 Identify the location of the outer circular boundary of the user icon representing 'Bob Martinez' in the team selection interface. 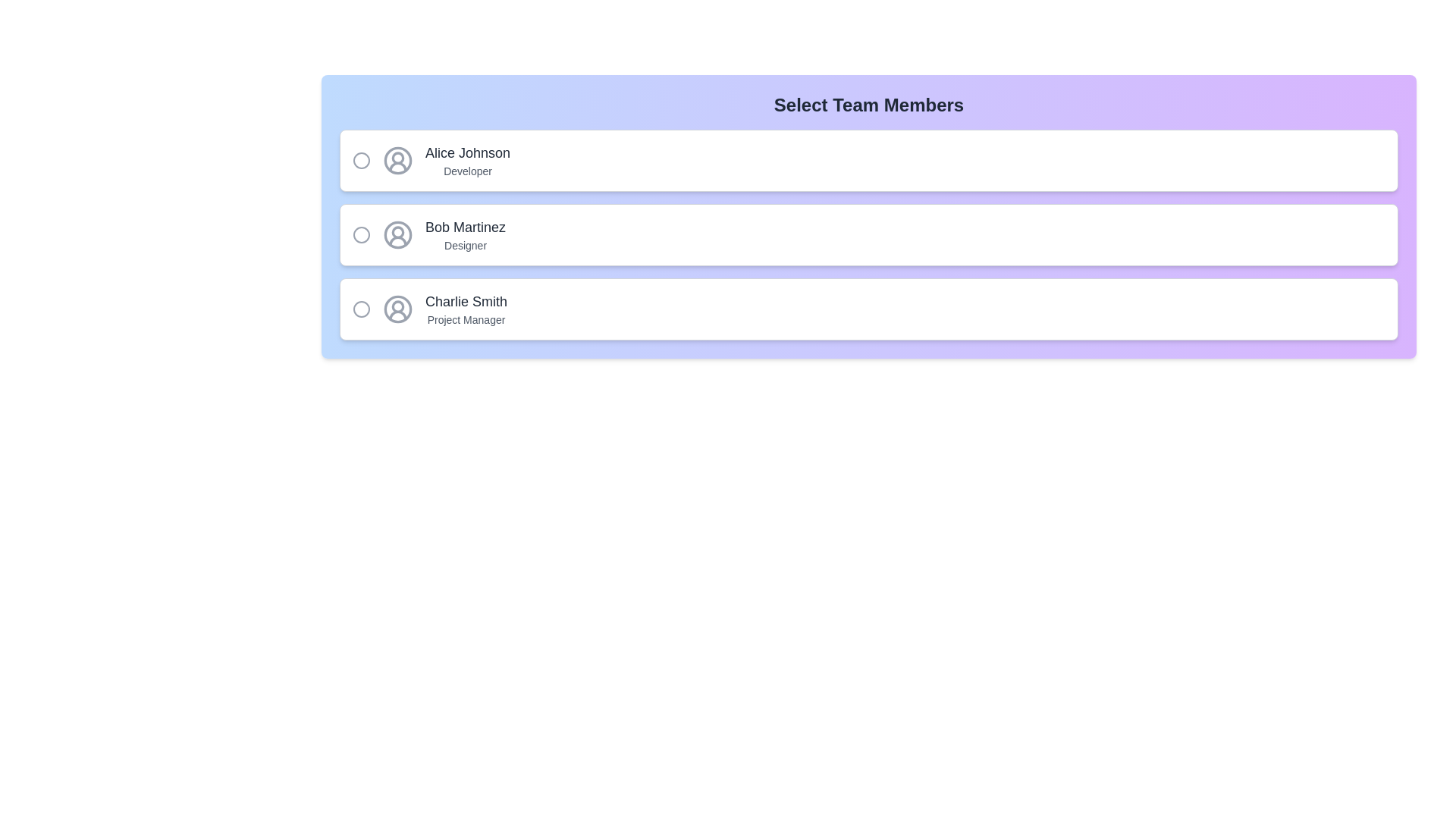
(397, 234).